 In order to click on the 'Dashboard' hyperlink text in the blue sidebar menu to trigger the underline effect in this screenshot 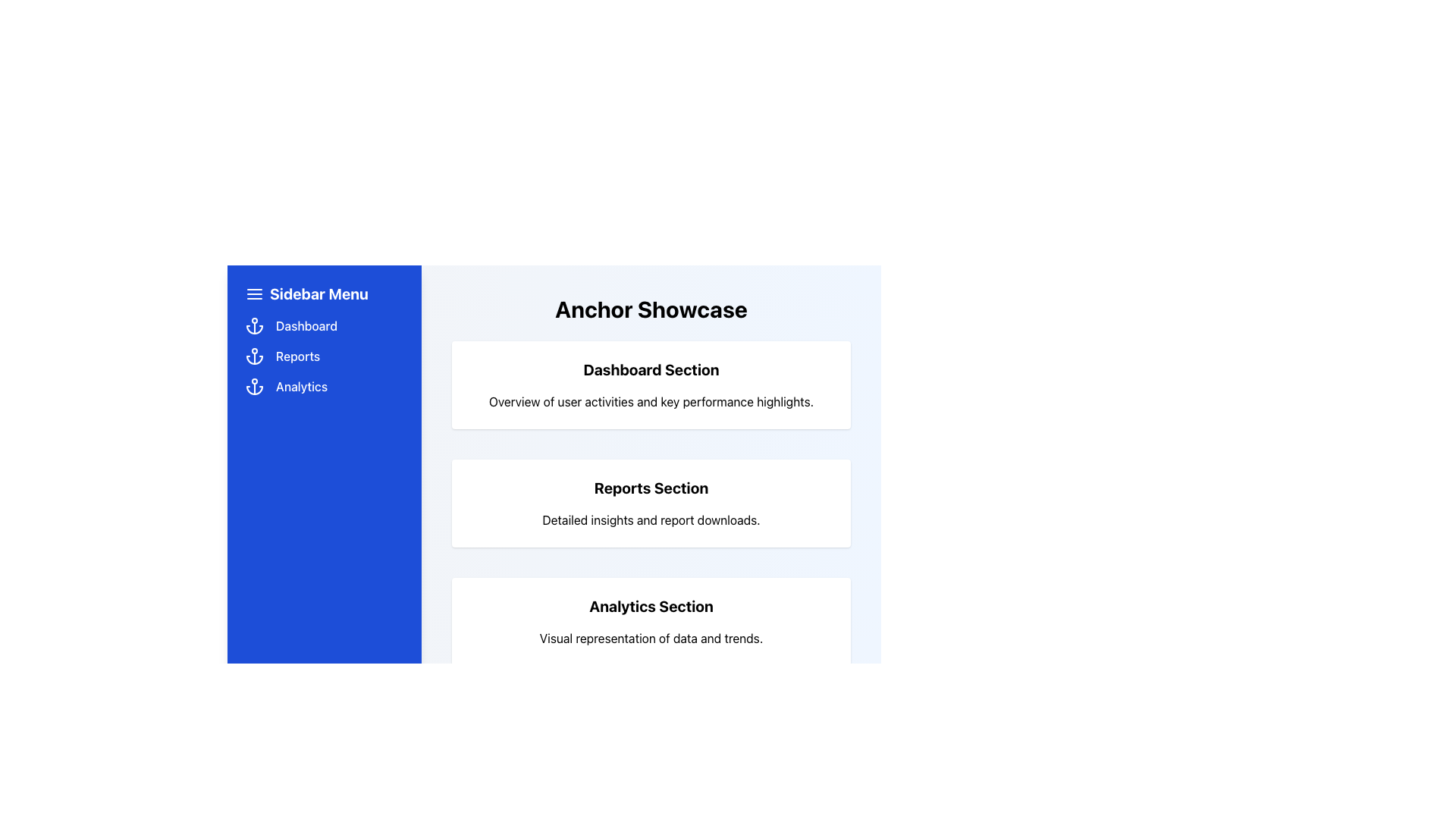, I will do `click(306, 325)`.